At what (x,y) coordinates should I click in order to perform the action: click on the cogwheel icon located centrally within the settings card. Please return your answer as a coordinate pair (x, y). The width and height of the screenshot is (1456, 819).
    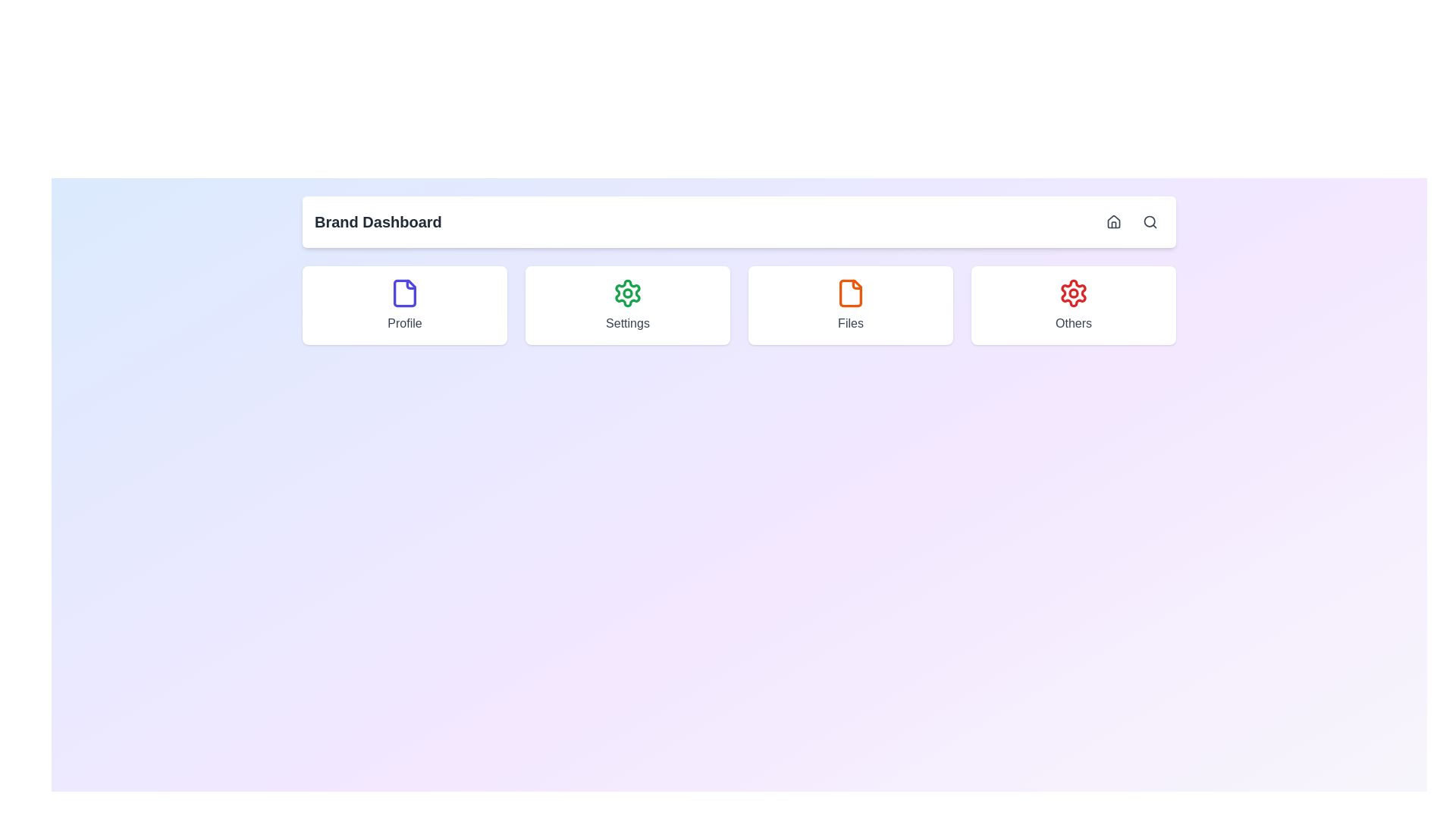
    Looking at the image, I should click on (628, 293).